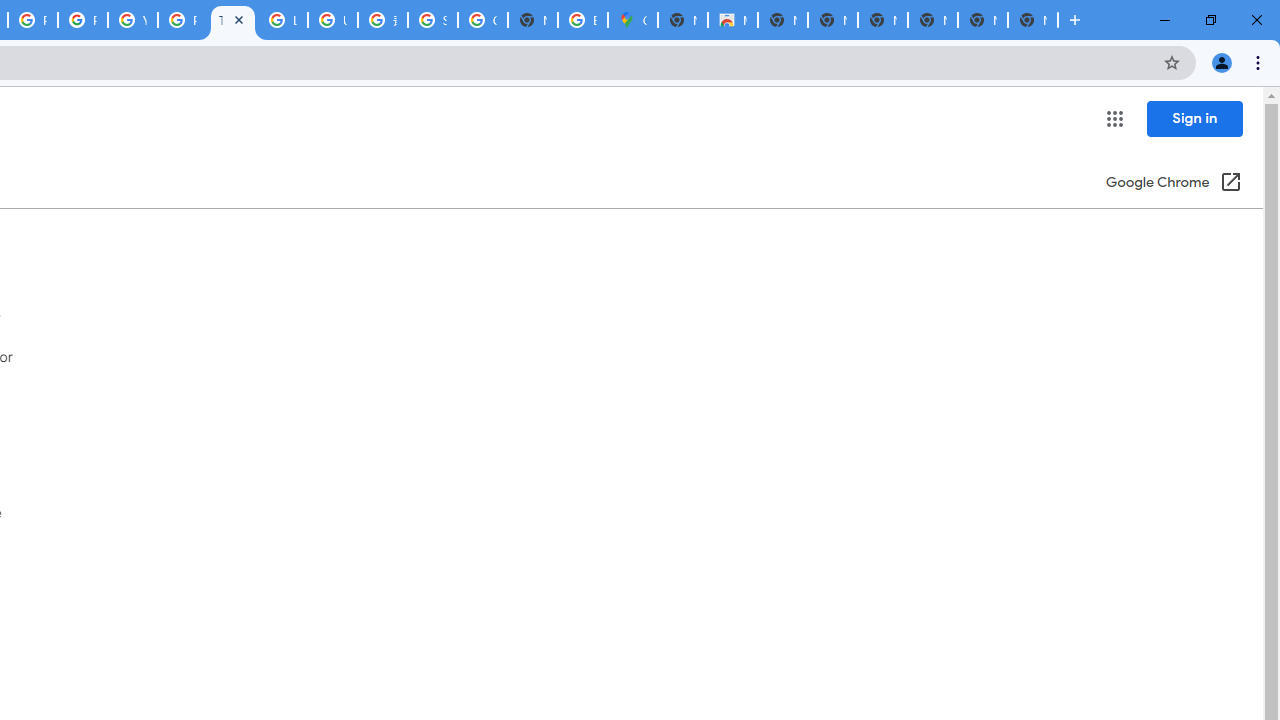  I want to click on 'Google Maps', so click(631, 20).